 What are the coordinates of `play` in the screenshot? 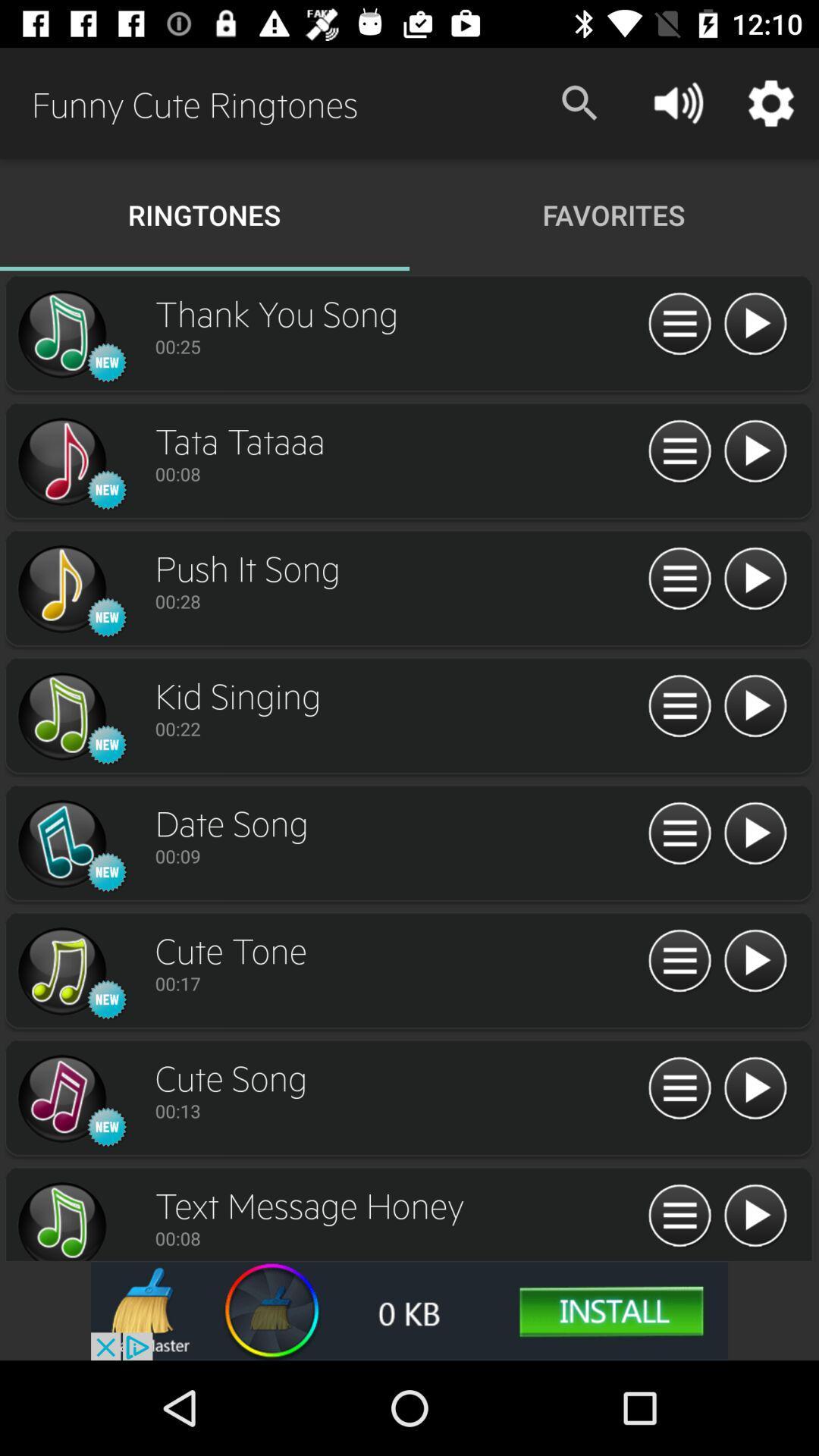 It's located at (755, 324).